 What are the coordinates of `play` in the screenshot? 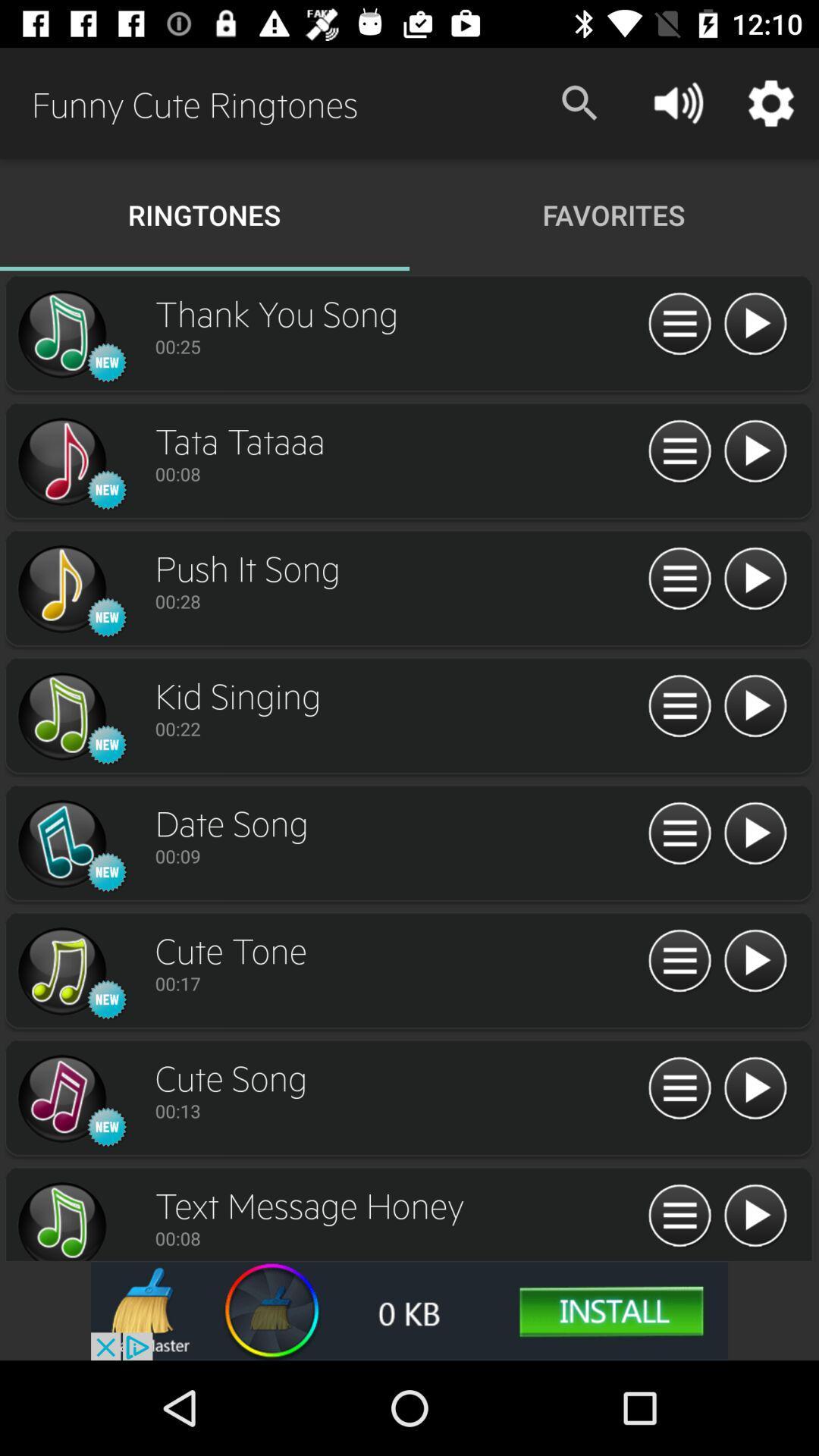 It's located at (755, 324).